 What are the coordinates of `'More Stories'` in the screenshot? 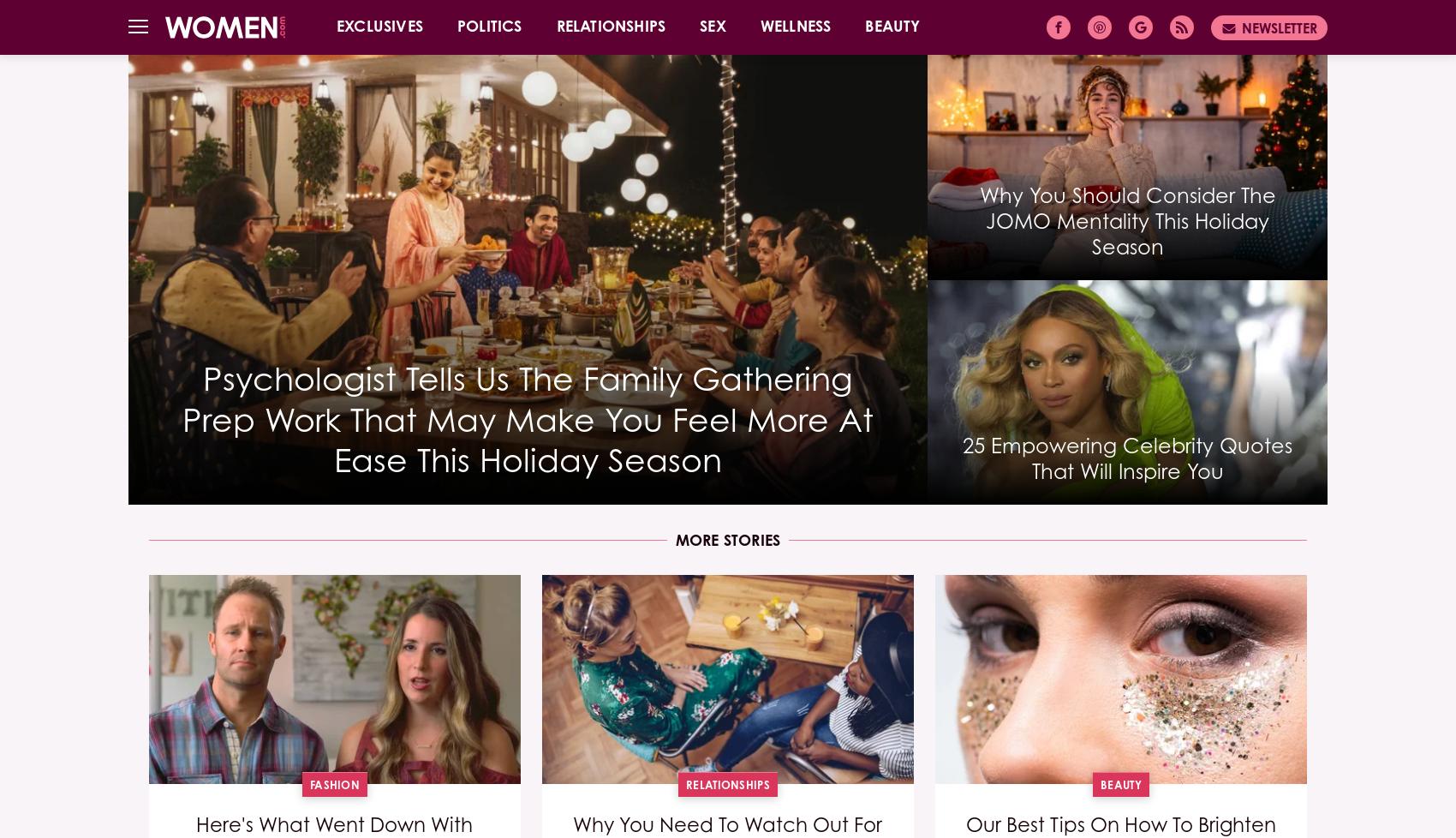 It's located at (726, 540).